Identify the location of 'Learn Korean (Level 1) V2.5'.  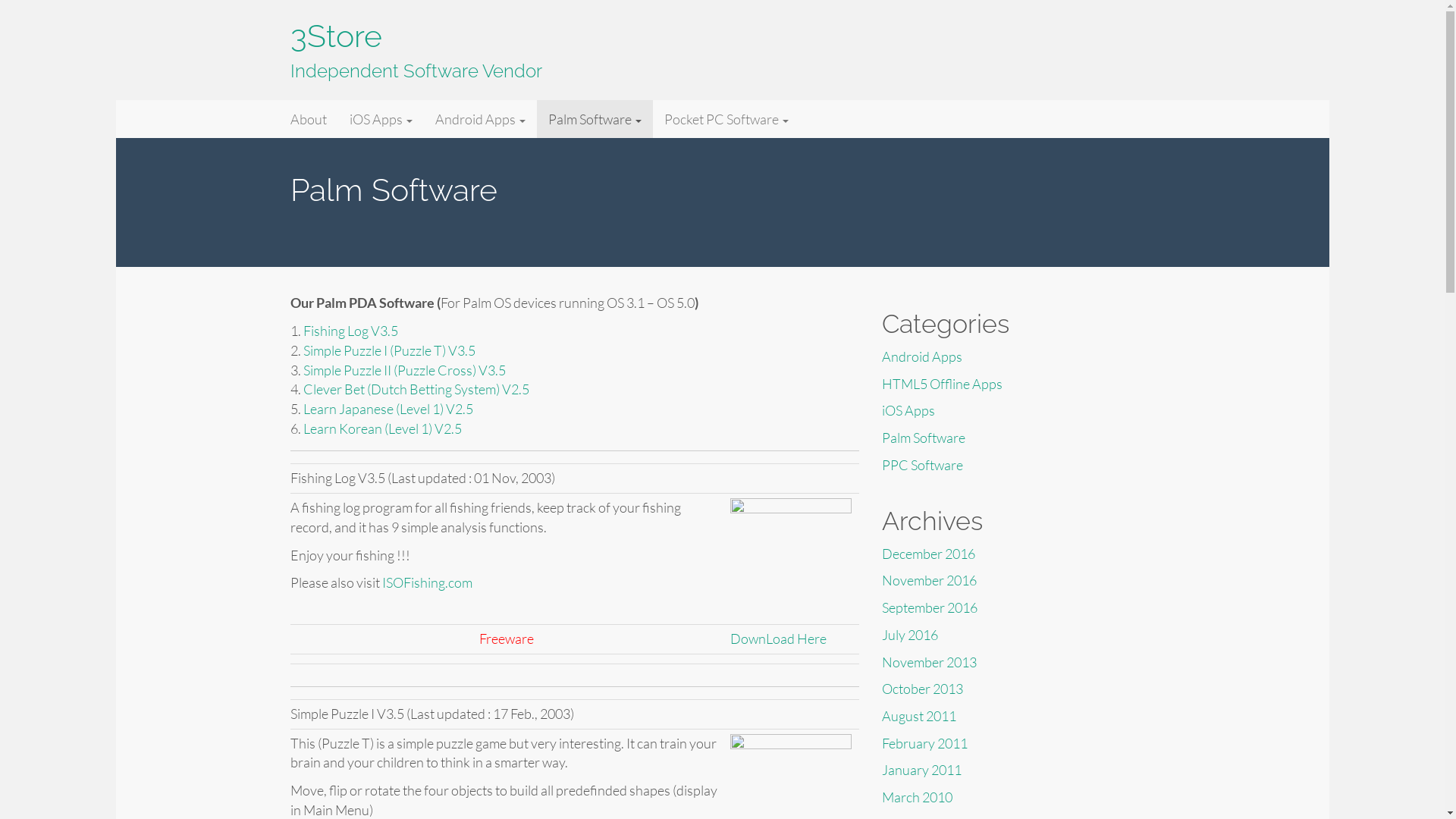
(382, 428).